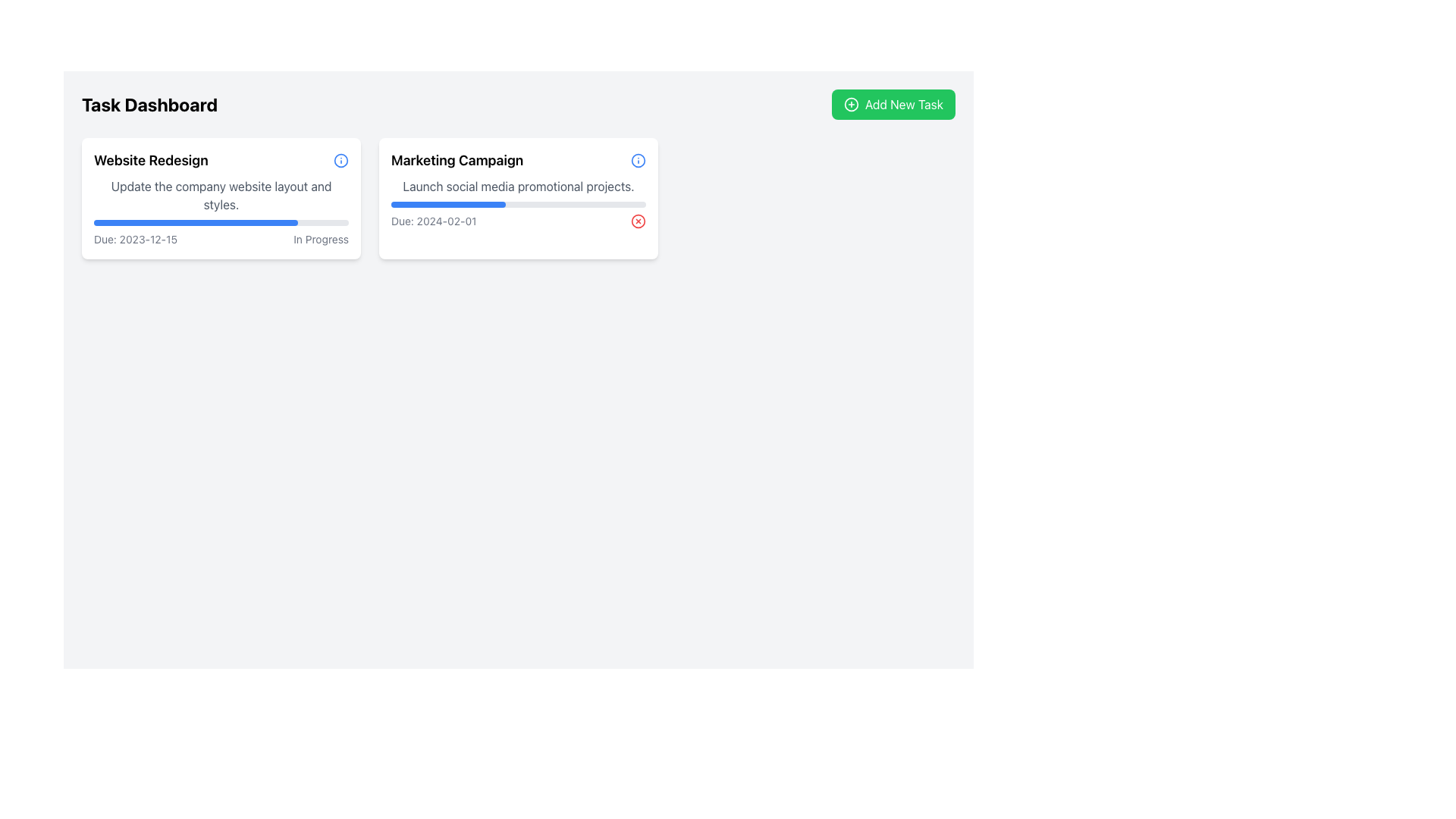 Image resolution: width=1456 pixels, height=819 pixels. I want to click on the Progress Bar located inside the 'Website Redesign' card in the 'Task Dashboard', which visually indicates the progress of the associated task, so click(195, 222).